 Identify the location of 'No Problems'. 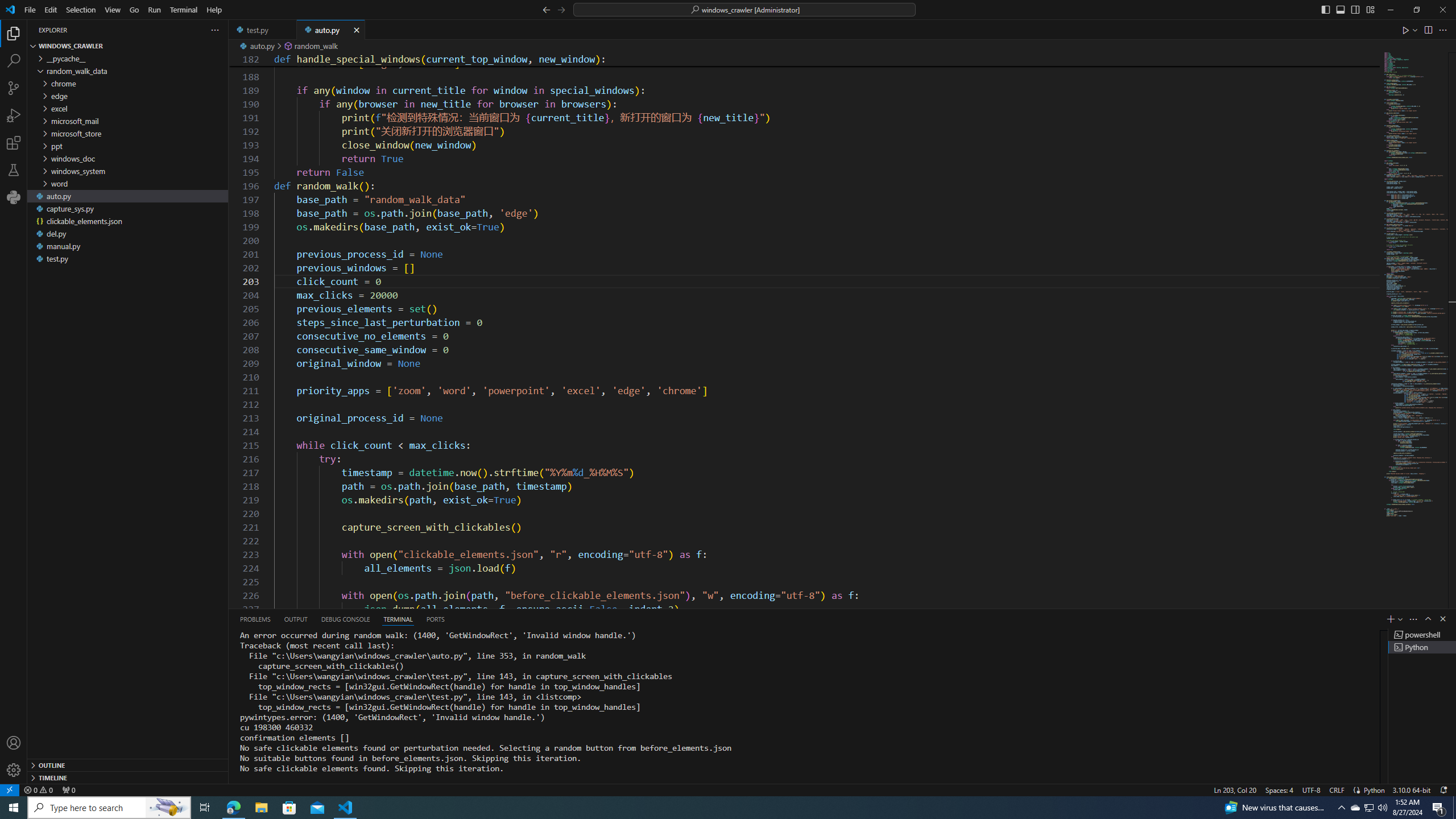
(37, 789).